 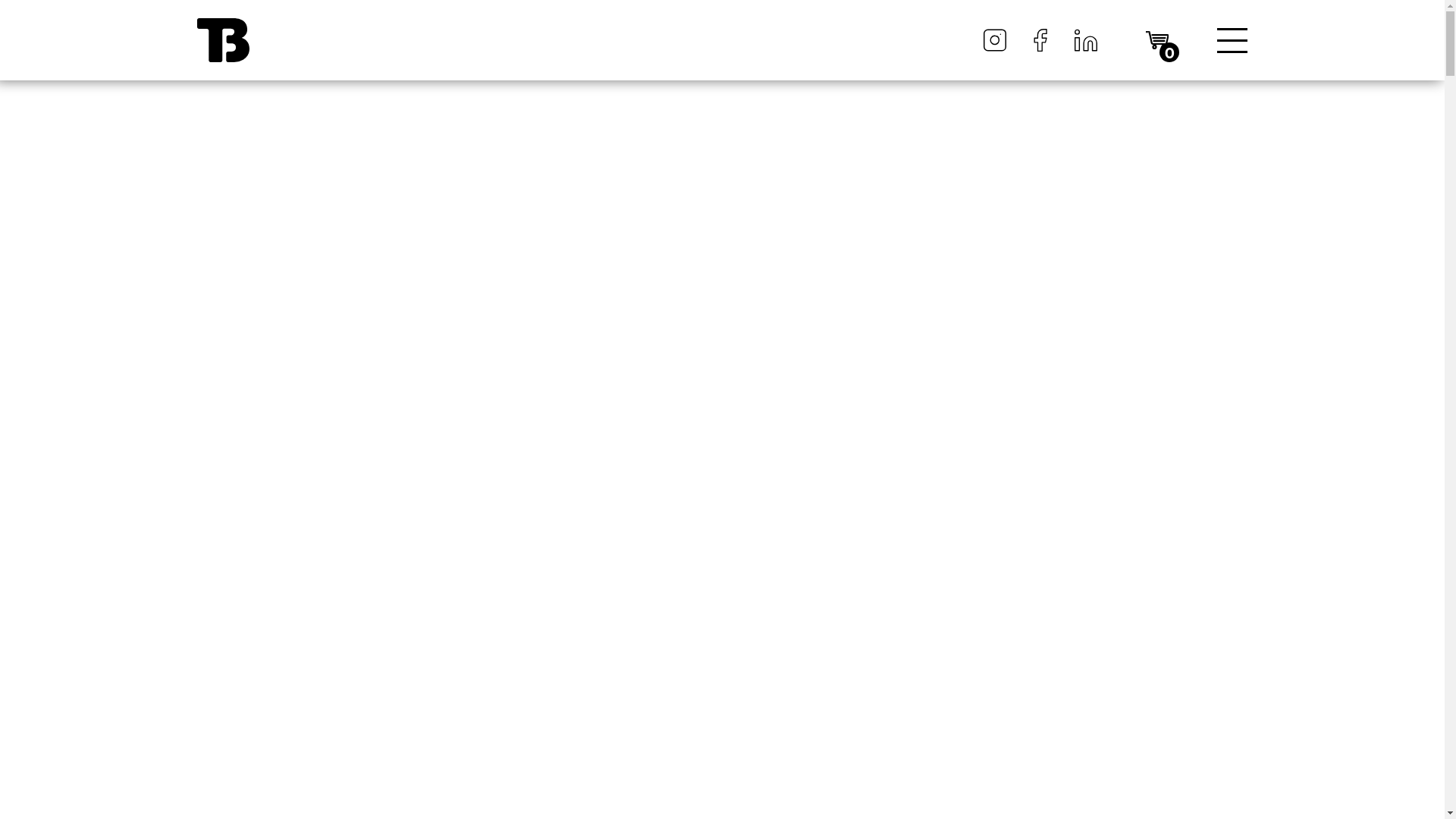 I want to click on '0', so click(x=1156, y=38).